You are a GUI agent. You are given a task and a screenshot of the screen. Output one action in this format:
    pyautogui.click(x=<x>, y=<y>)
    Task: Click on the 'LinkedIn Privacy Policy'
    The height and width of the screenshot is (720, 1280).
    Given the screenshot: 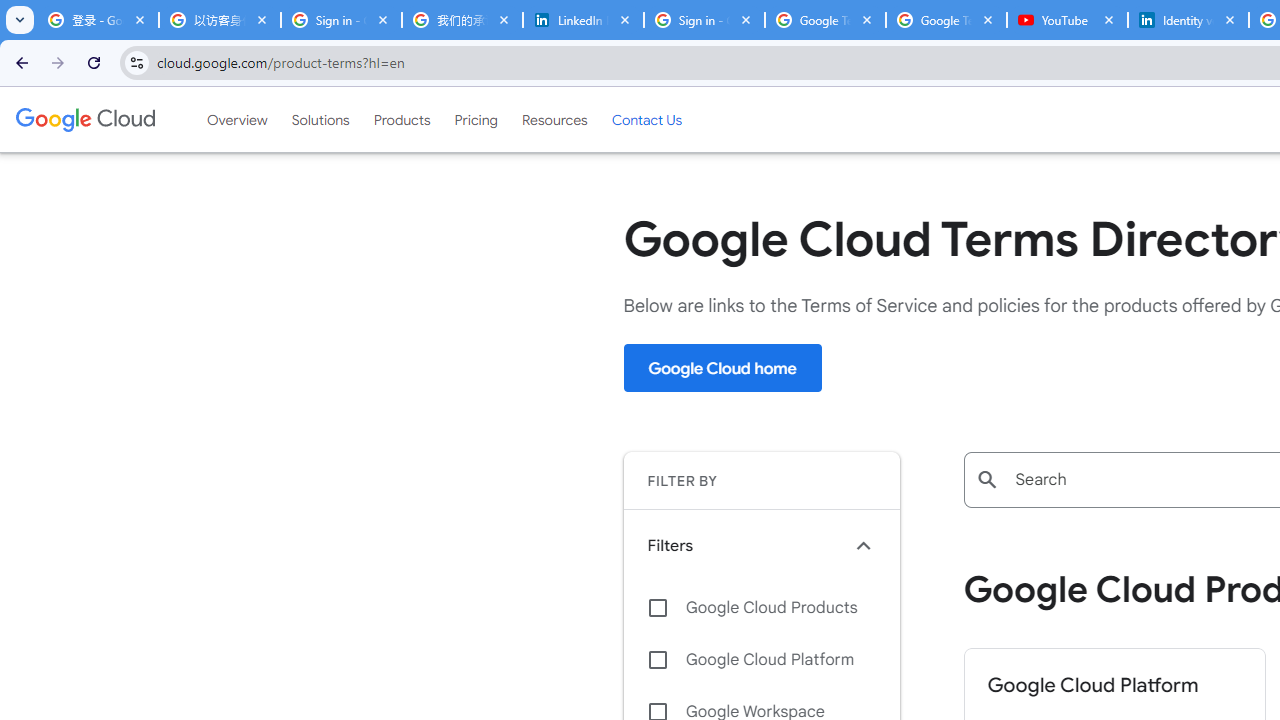 What is the action you would take?
    pyautogui.click(x=582, y=20)
    